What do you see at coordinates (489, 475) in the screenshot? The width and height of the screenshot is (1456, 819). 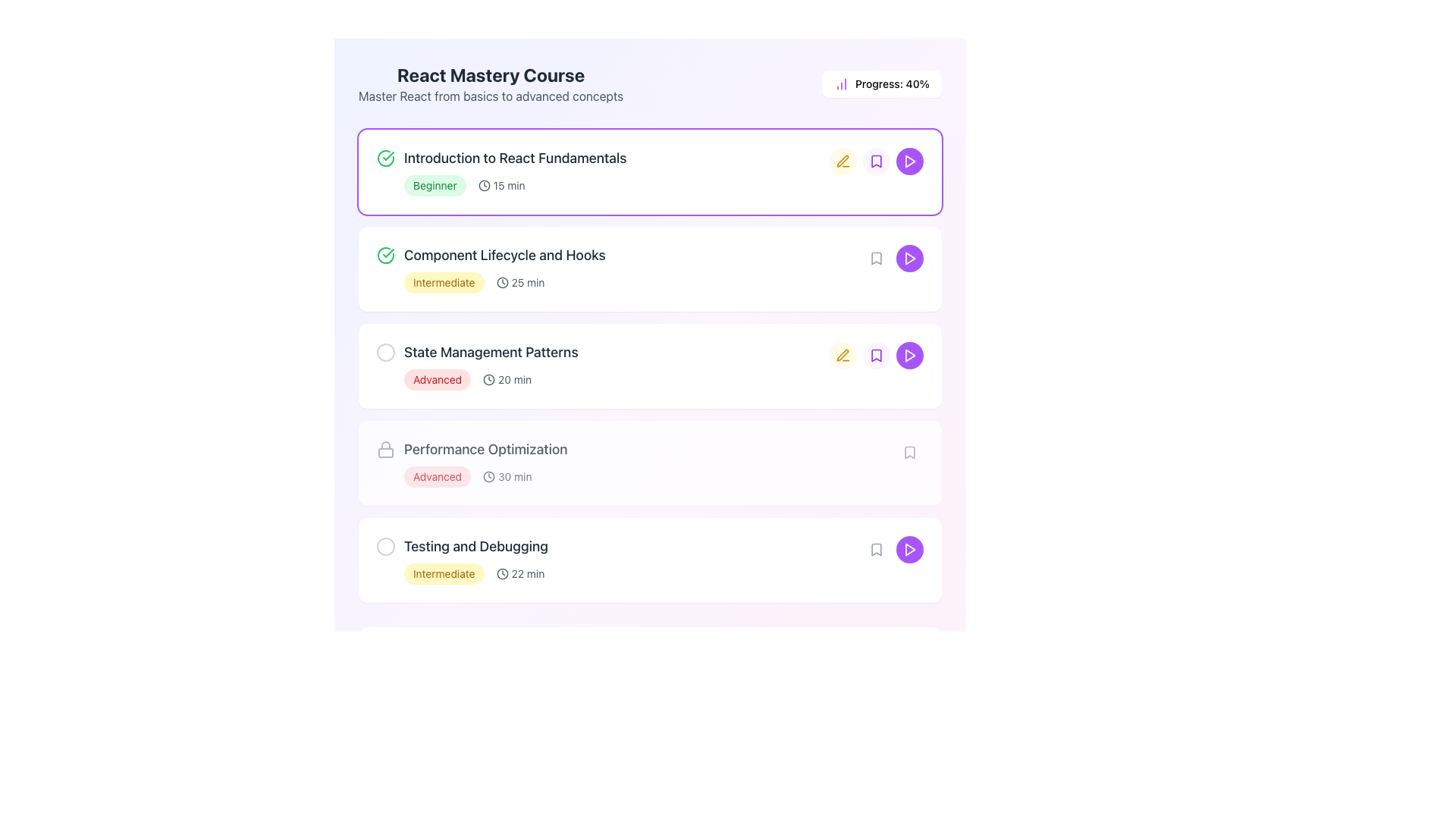 I see `the small, circular clock icon with a hollow center located in the 'Performance Optimization' section, adjacent to the '30 min' text label` at bounding box center [489, 475].